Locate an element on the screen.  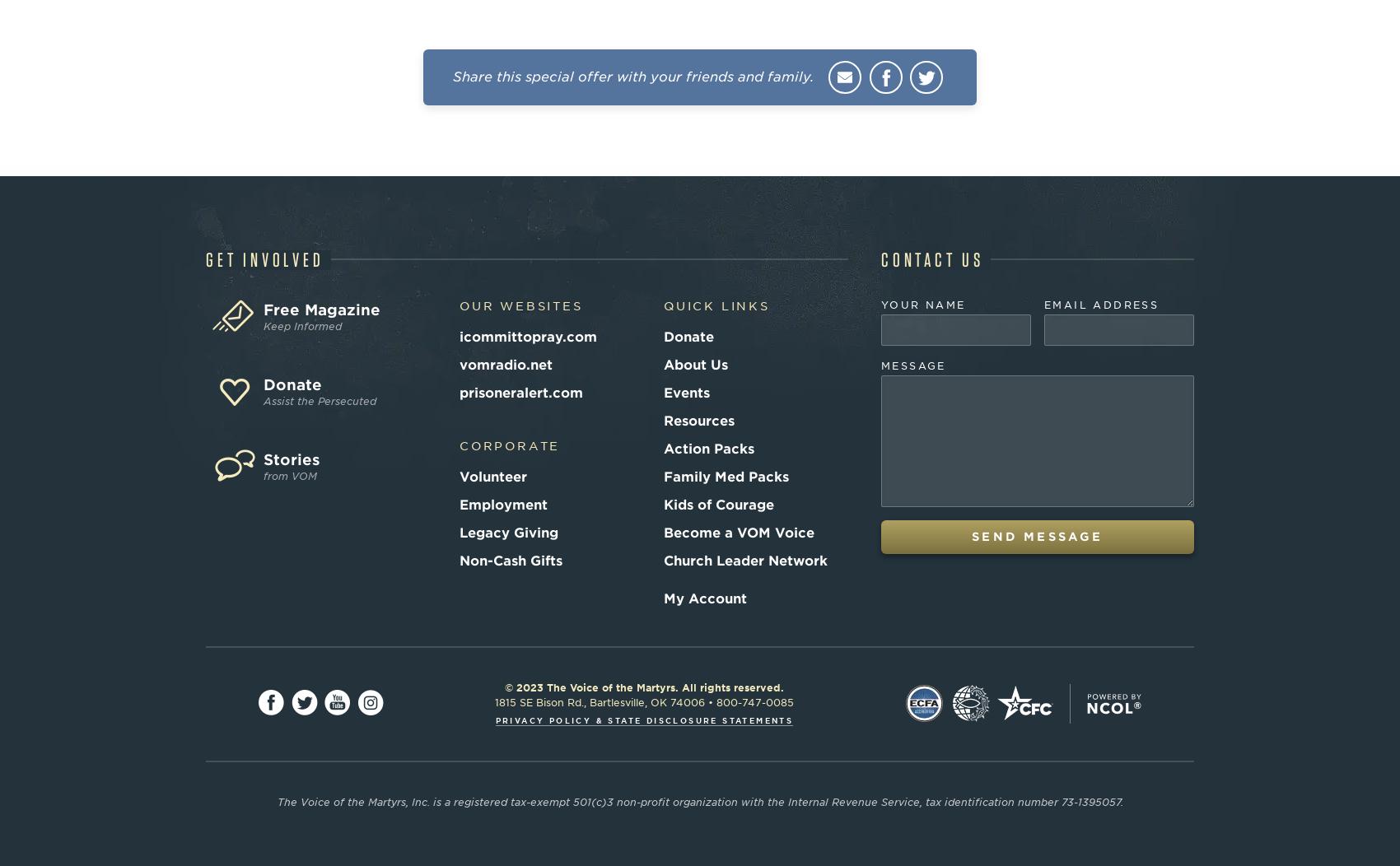
'prisoneralert.com' is located at coordinates (520, 392).